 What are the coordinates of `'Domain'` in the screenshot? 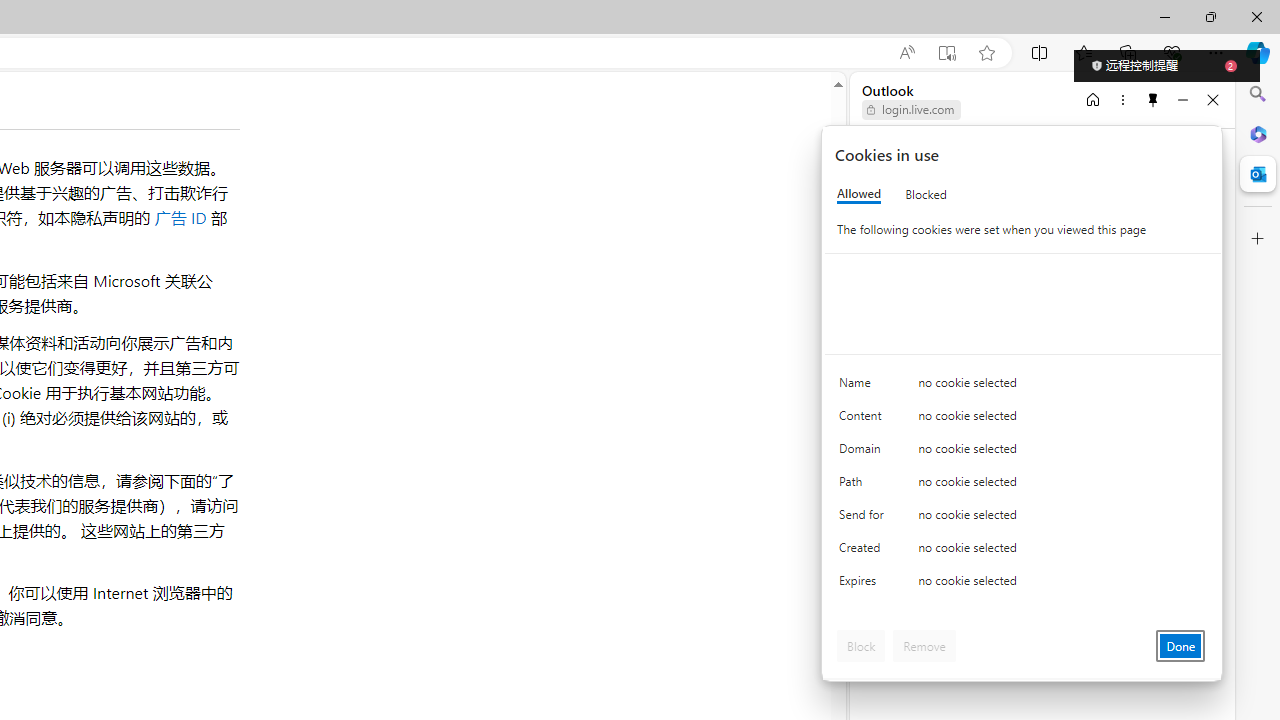 It's located at (865, 453).